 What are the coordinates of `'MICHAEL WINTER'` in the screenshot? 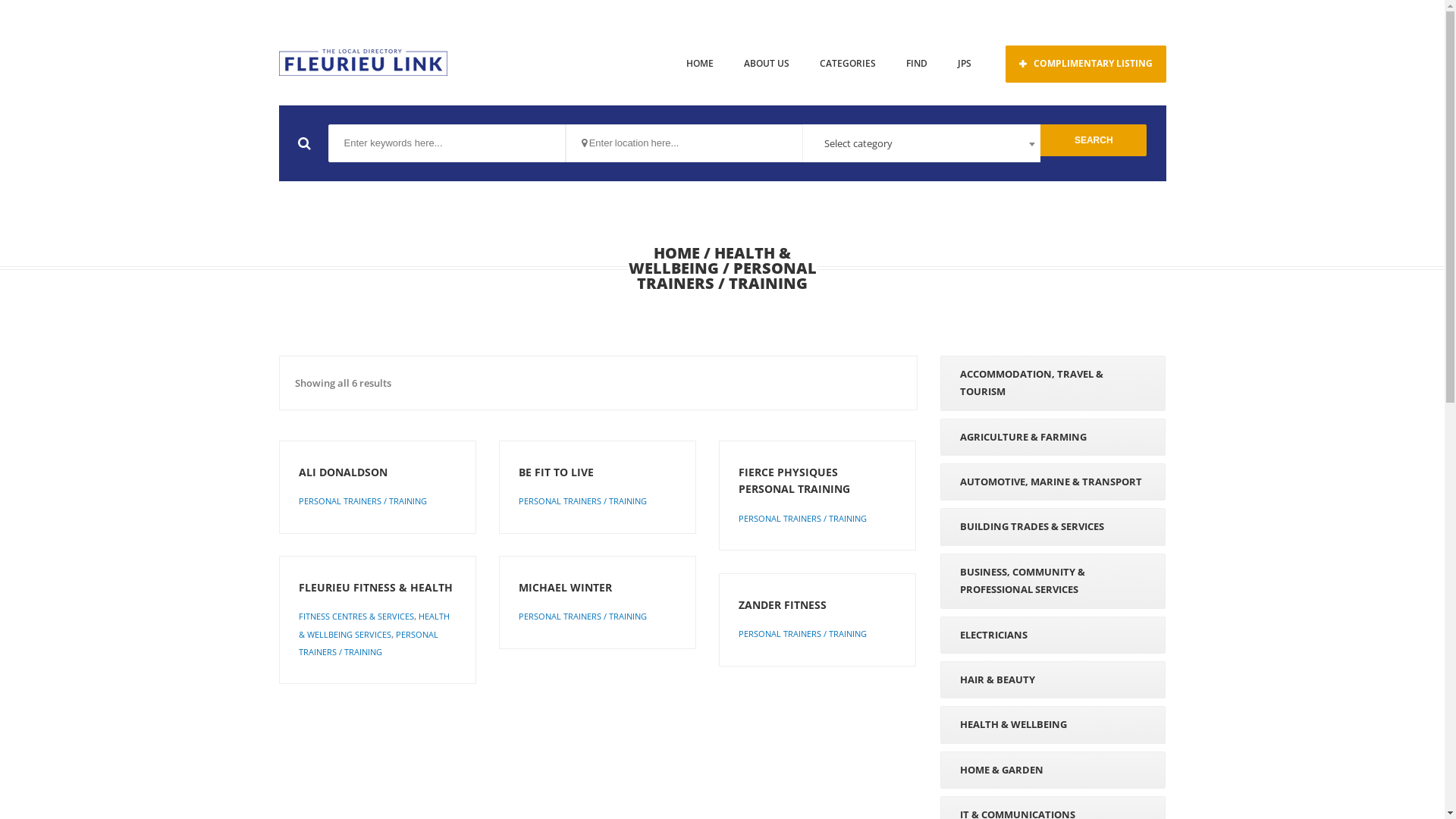 It's located at (519, 587).